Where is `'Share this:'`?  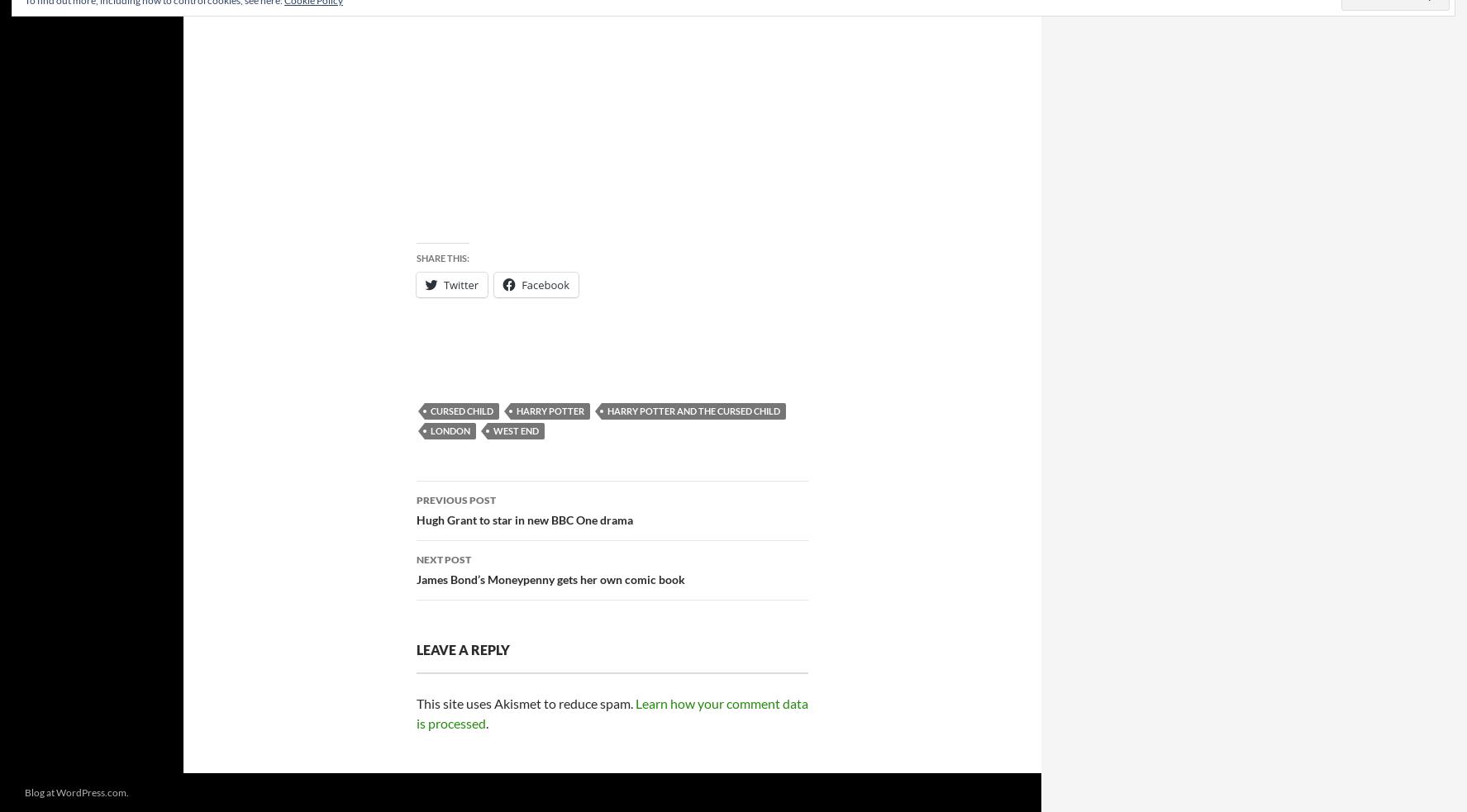
'Share this:' is located at coordinates (415, 258).